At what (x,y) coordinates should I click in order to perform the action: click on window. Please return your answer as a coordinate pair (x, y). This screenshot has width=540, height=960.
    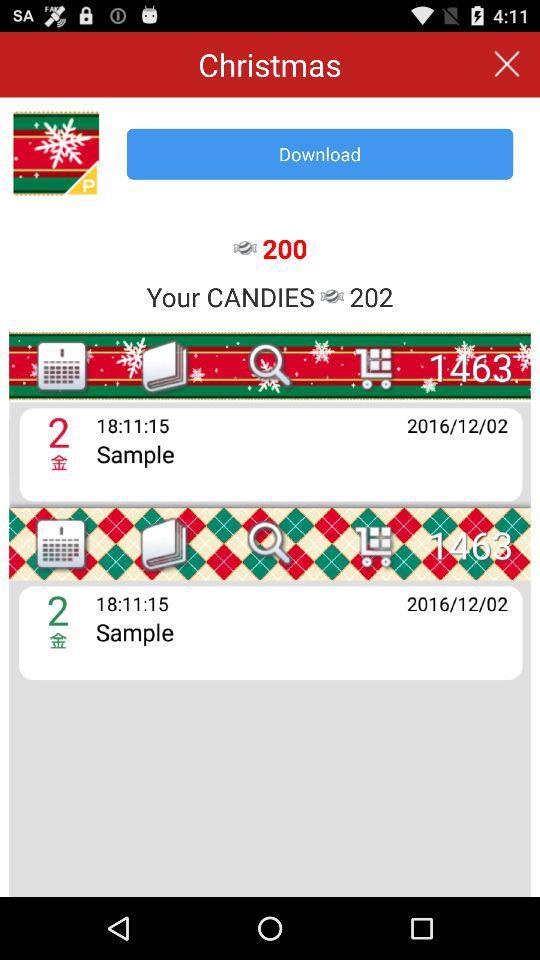
    Looking at the image, I should click on (507, 64).